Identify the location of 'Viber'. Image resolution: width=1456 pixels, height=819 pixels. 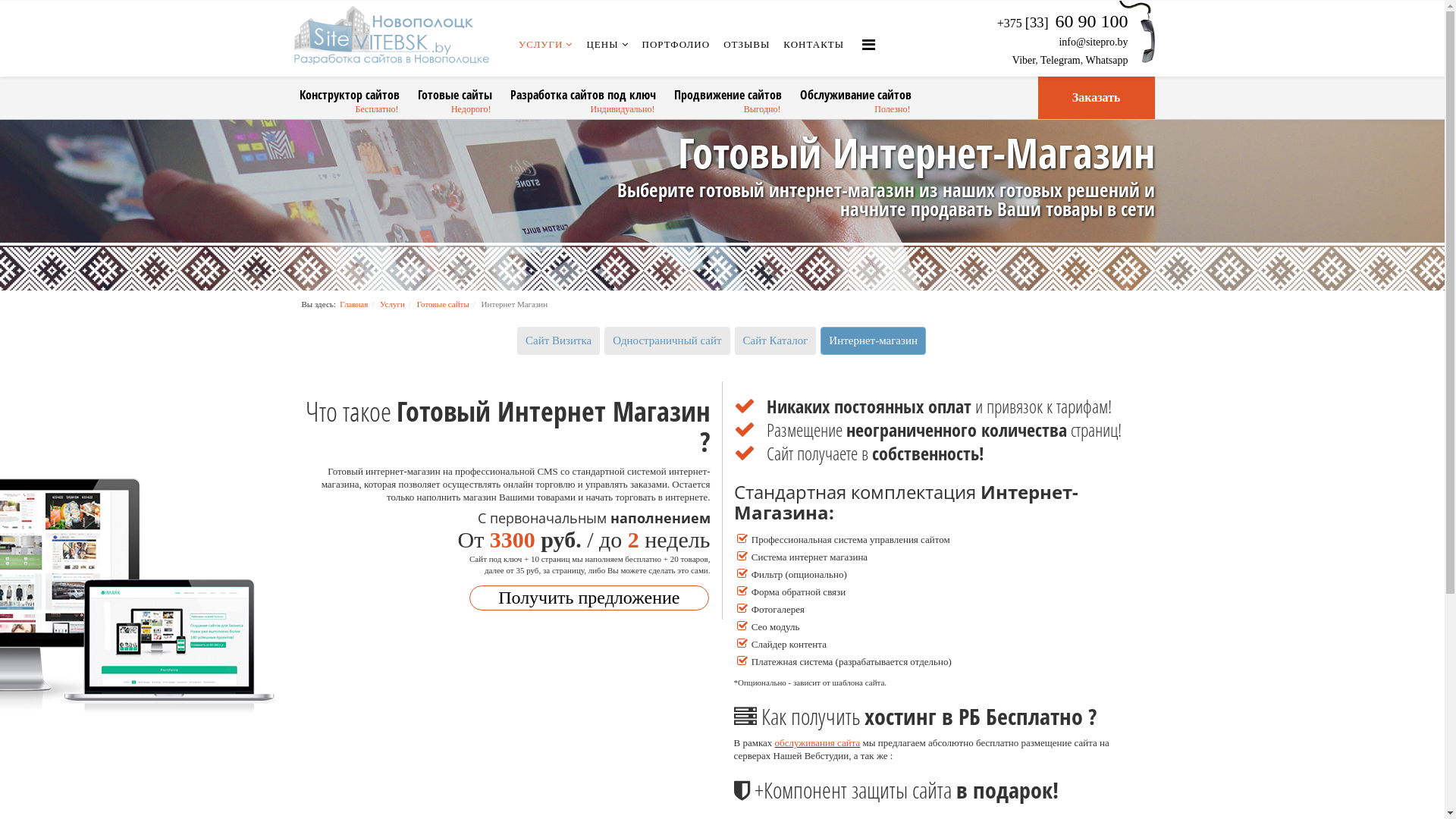
(1023, 59).